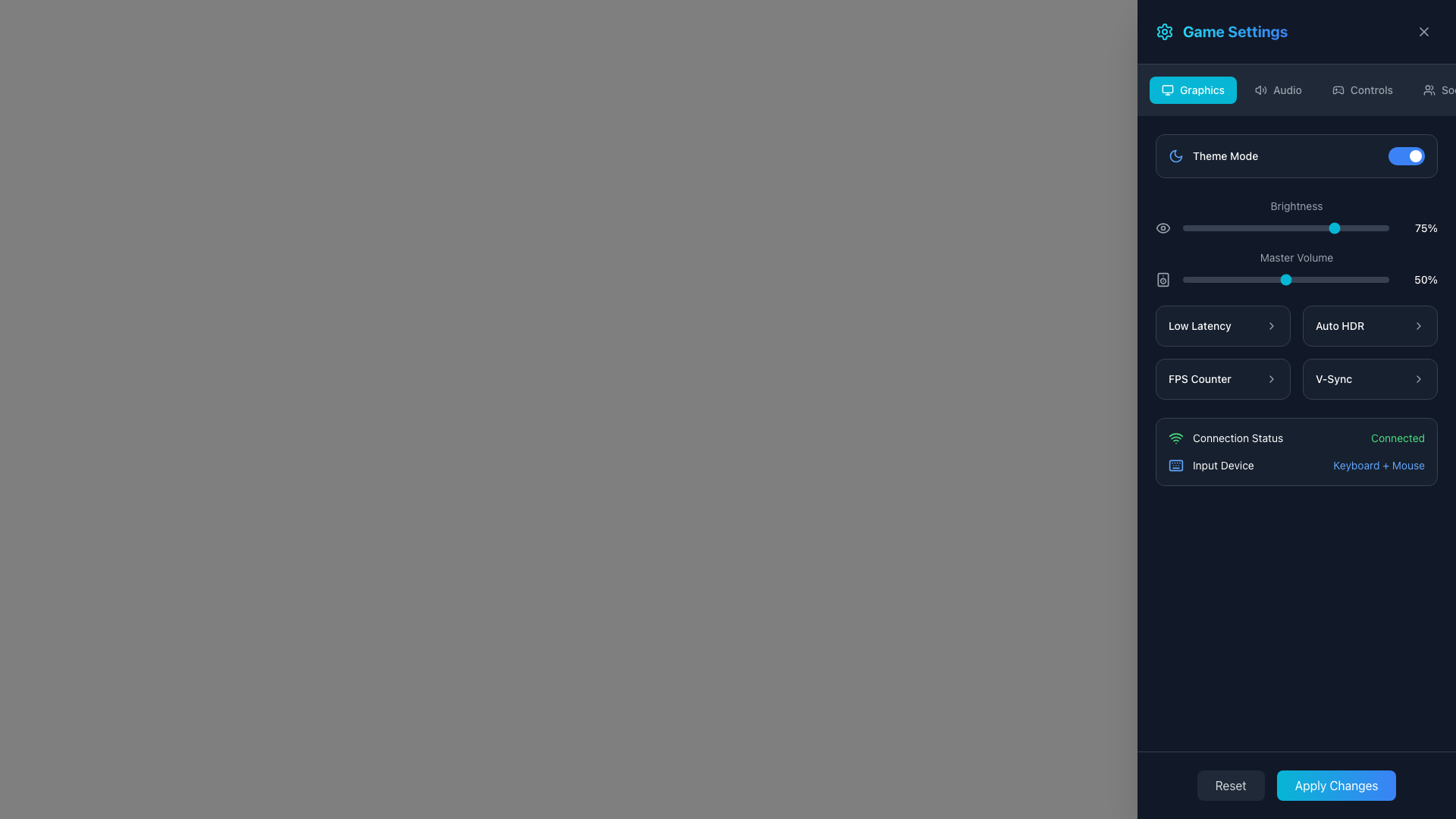 The image size is (1456, 819). Describe the element at coordinates (1418, 325) in the screenshot. I see `the state of the 'Auto HDR' indicator icon located on the right side of the 'Auto HDR' text within the button group on the 'Graphics' settings panel` at that location.